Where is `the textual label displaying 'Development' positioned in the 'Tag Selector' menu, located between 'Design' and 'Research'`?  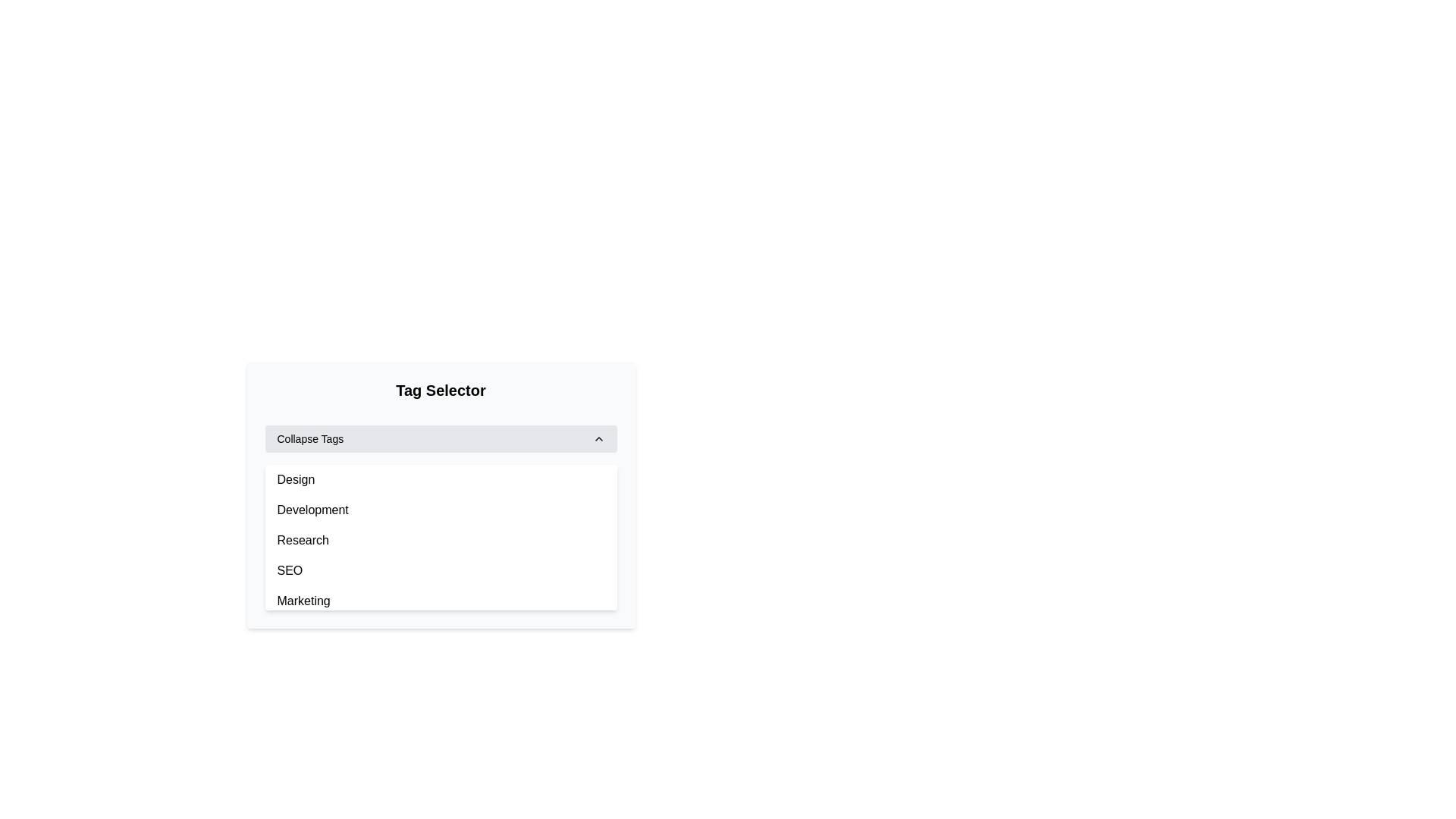 the textual label displaying 'Development' positioned in the 'Tag Selector' menu, located between 'Design' and 'Research' is located at coordinates (312, 510).